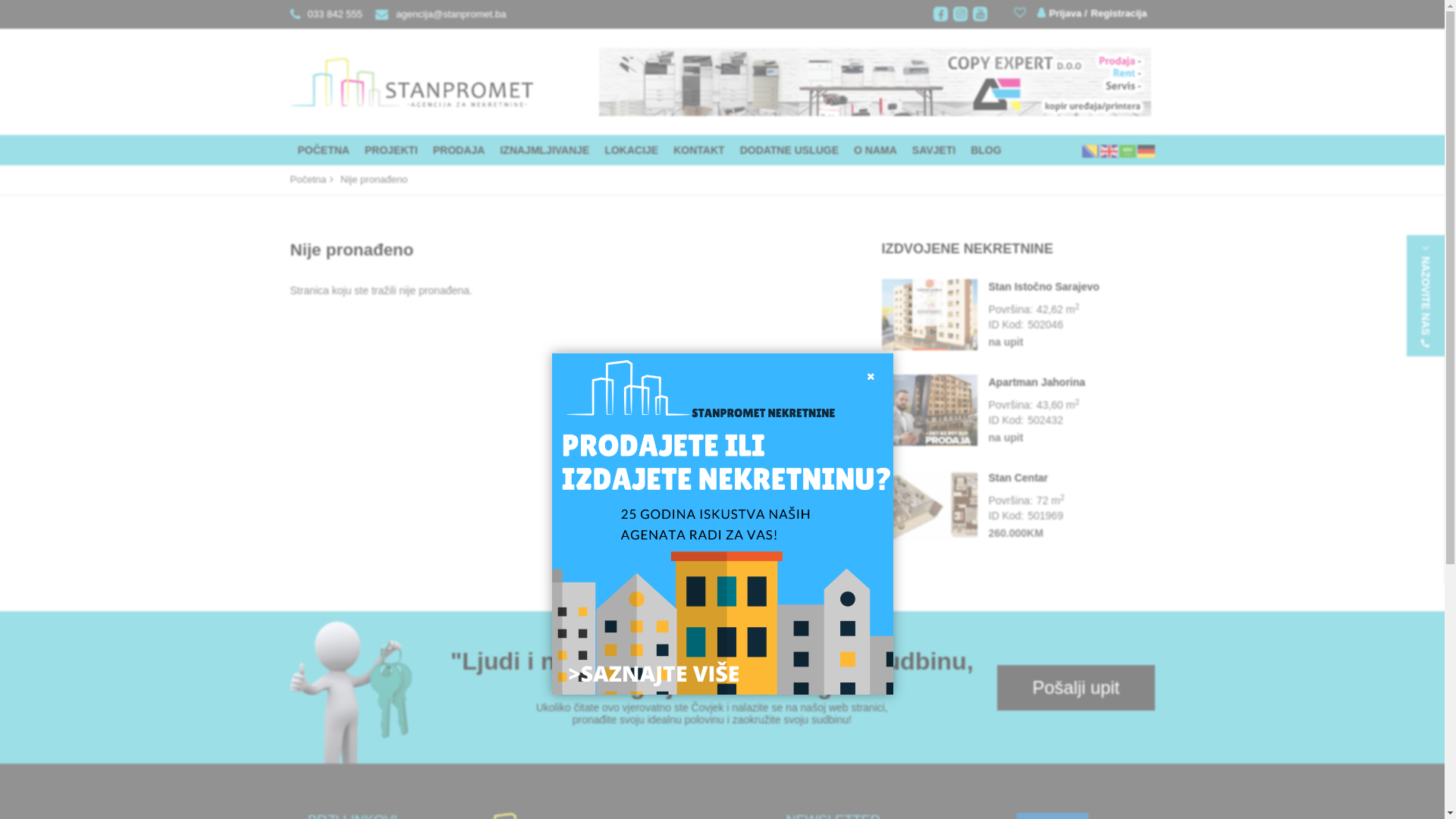 The image size is (1456, 819). I want to click on 'agencija@stanpromet.ba', so click(436, 14).